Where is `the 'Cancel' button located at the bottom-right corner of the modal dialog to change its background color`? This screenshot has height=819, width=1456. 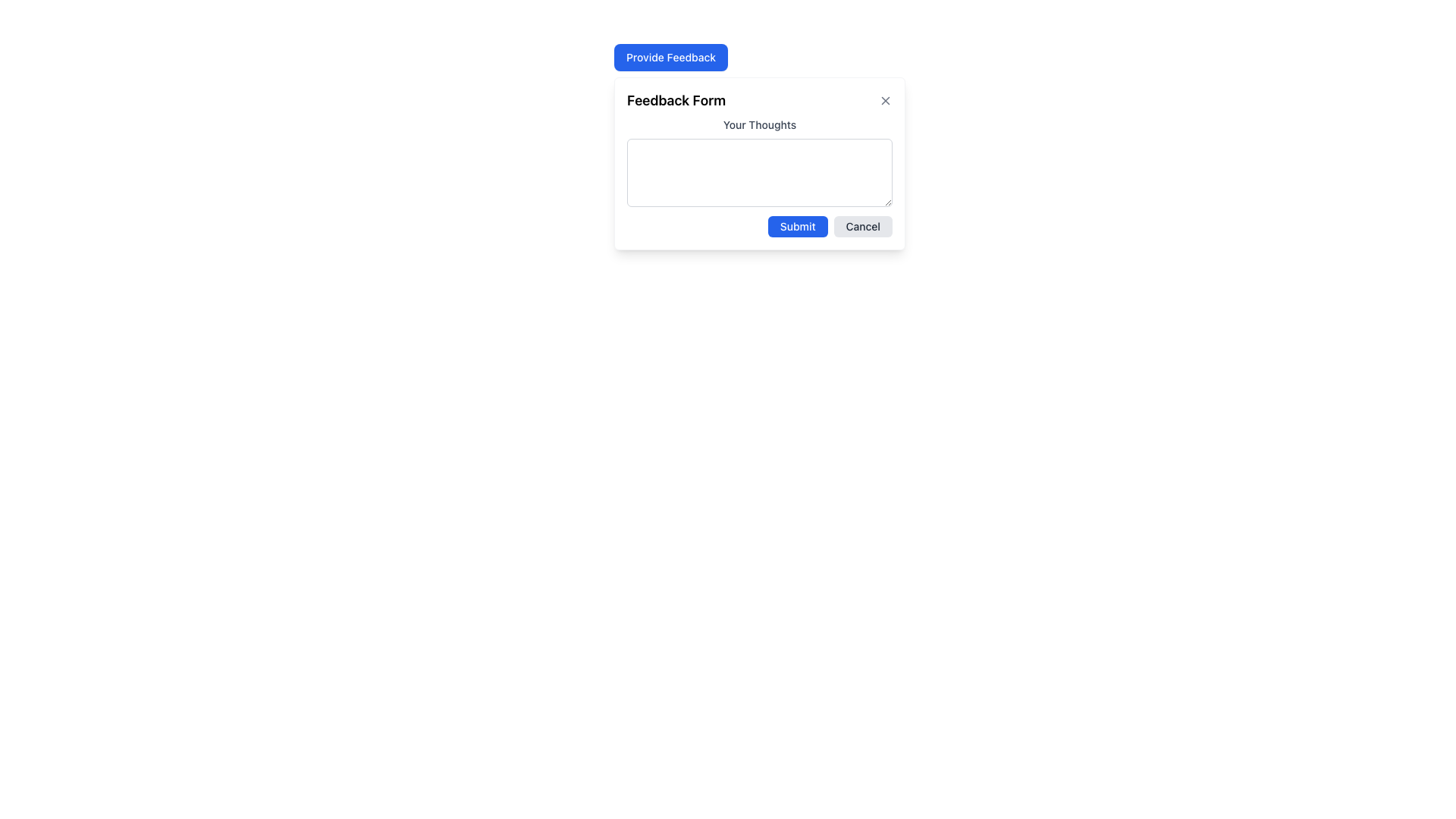
the 'Cancel' button located at the bottom-right corner of the modal dialog to change its background color is located at coordinates (863, 227).